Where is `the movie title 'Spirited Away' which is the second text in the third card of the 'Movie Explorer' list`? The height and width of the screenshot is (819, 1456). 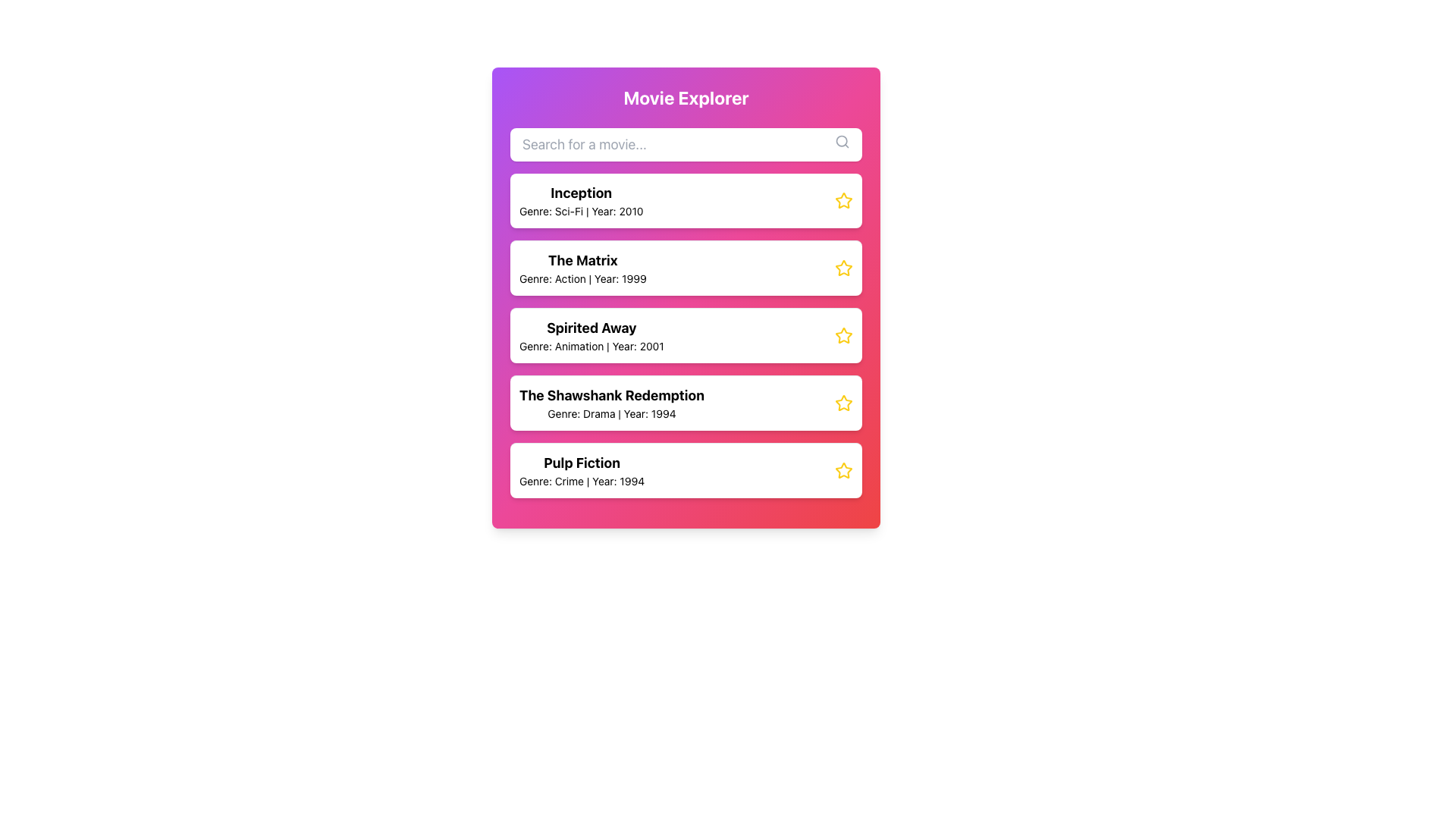 the movie title 'Spirited Away' which is the second text in the third card of the 'Movie Explorer' list is located at coordinates (591, 335).